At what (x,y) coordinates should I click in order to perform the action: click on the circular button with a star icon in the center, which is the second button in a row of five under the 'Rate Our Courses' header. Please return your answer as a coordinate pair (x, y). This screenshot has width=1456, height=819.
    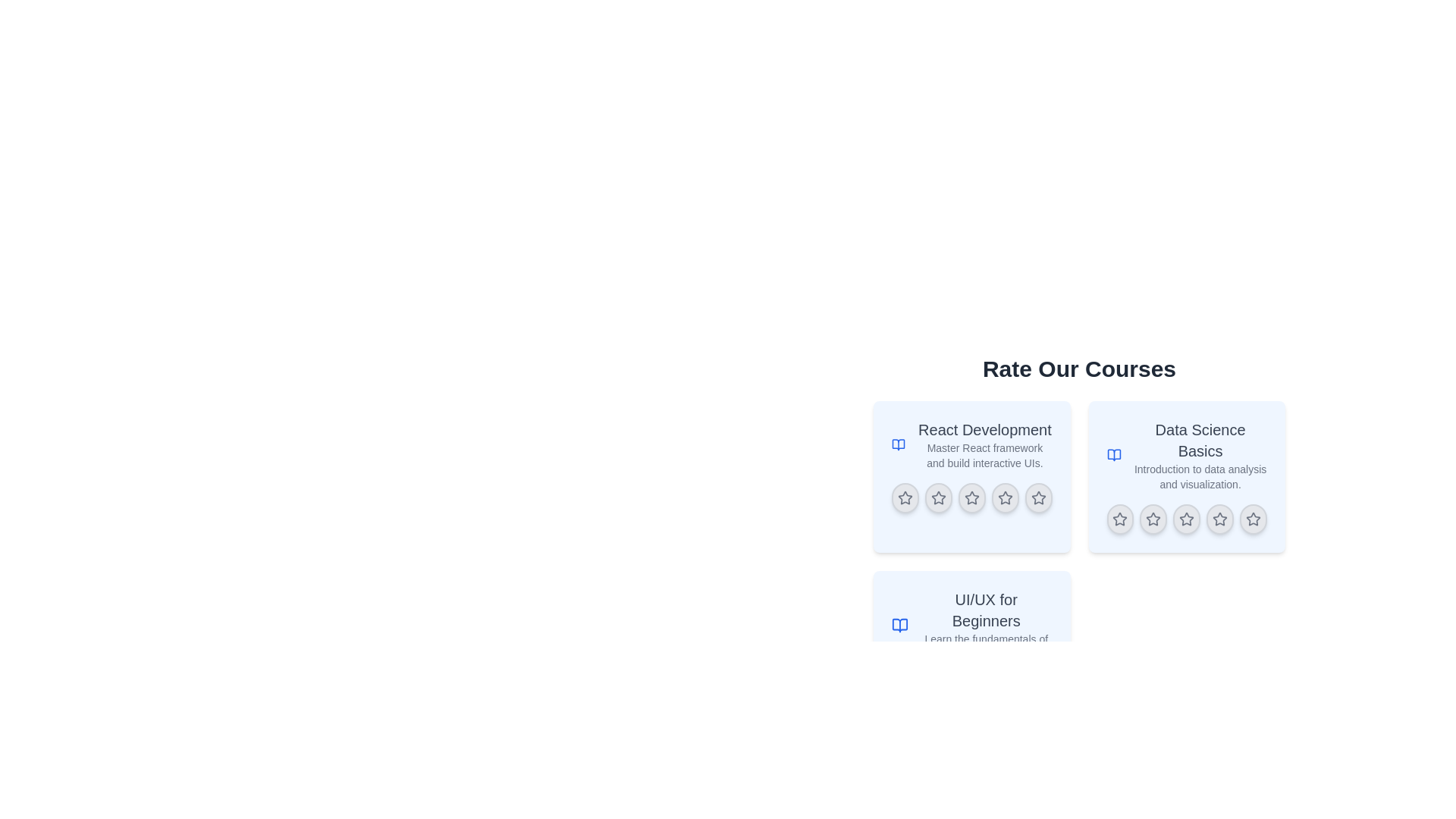
    Looking at the image, I should click on (937, 497).